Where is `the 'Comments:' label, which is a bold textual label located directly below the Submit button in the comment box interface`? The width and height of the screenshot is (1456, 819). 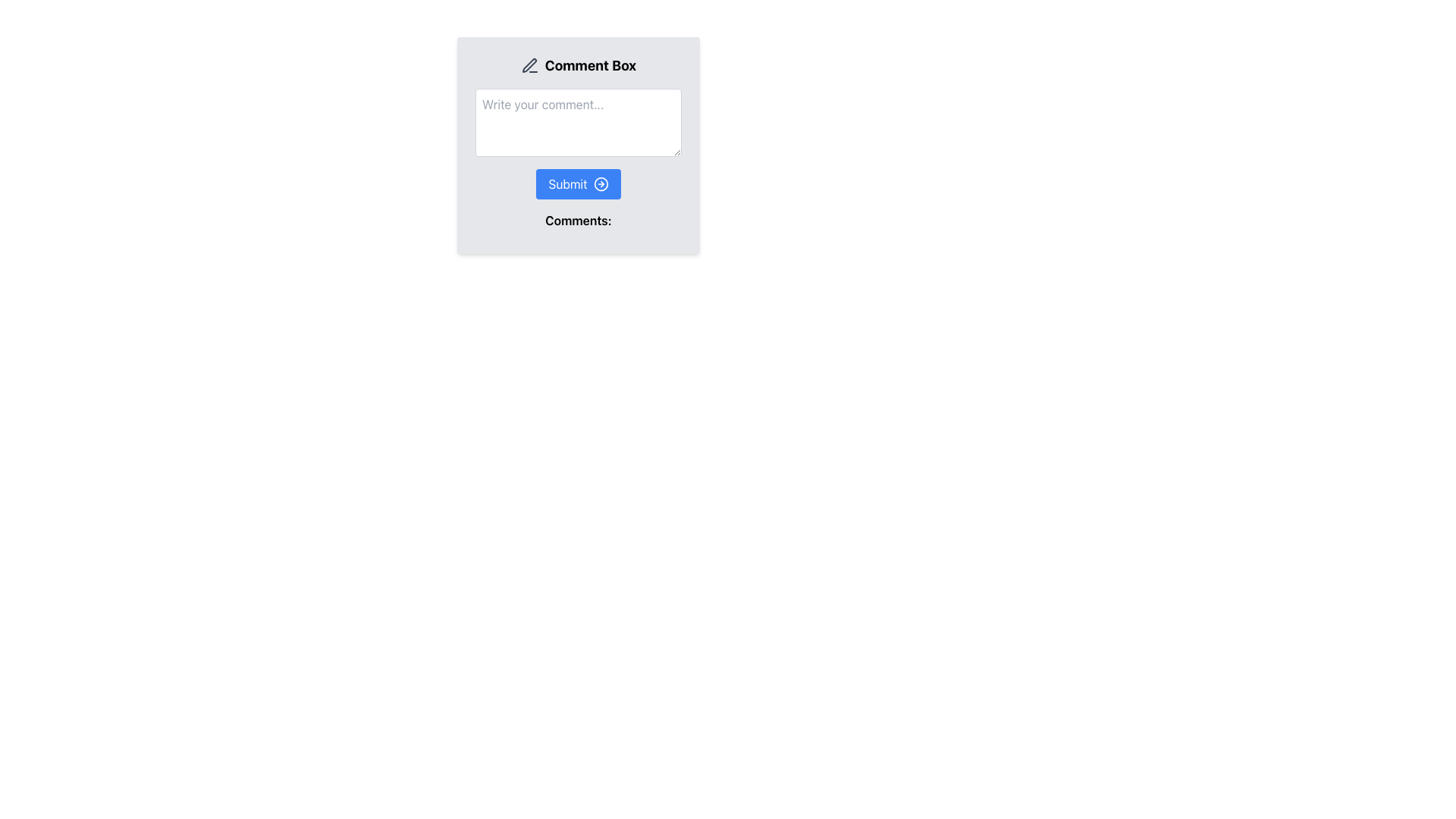 the 'Comments:' label, which is a bold textual label located directly below the Submit button in the comment box interface is located at coordinates (578, 220).